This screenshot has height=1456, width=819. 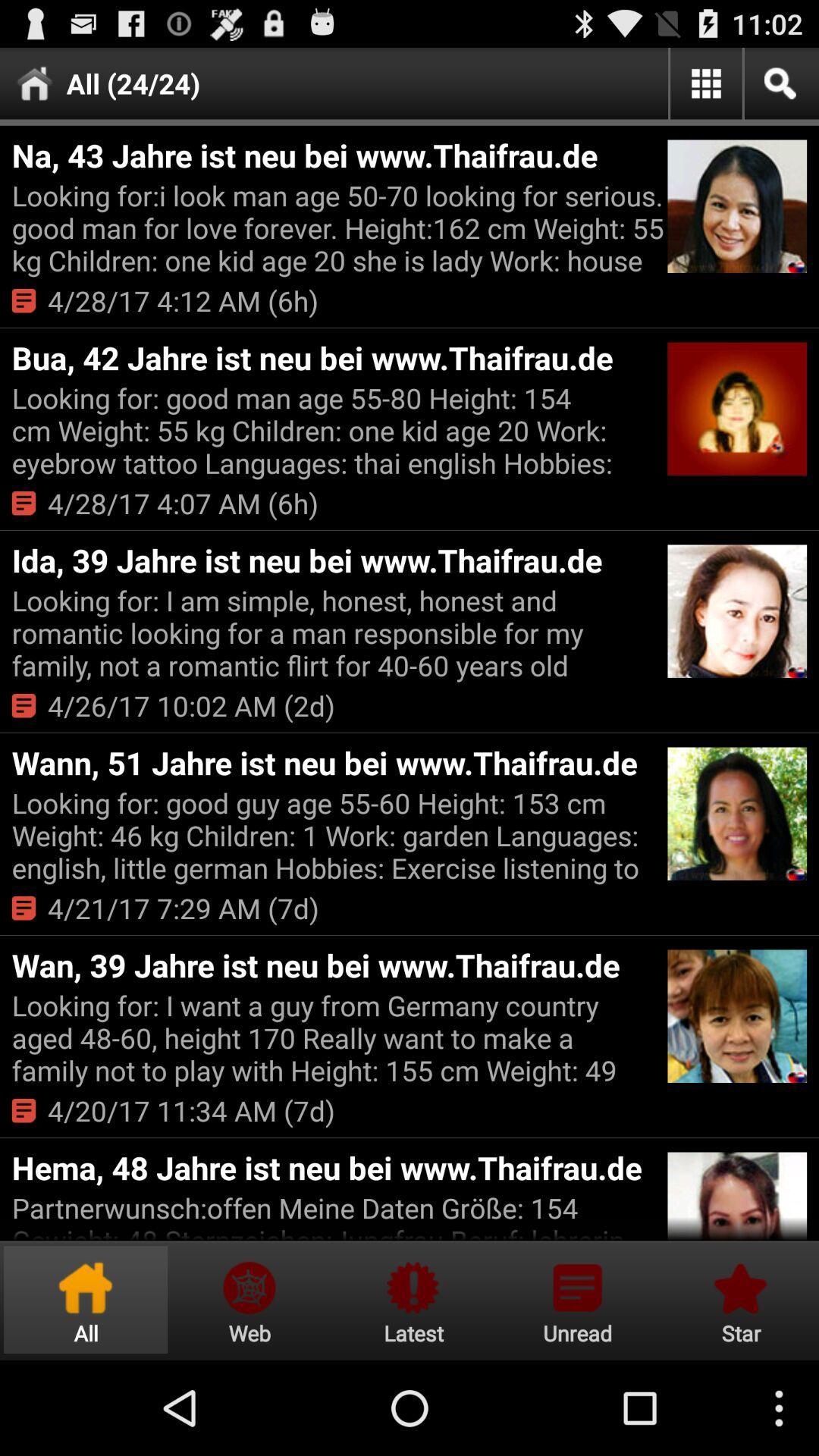 What do you see at coordinates (337, 1215) in the screenshot?
I see `partnerwunsch offen meine item` at bounding box center [337, 1215].